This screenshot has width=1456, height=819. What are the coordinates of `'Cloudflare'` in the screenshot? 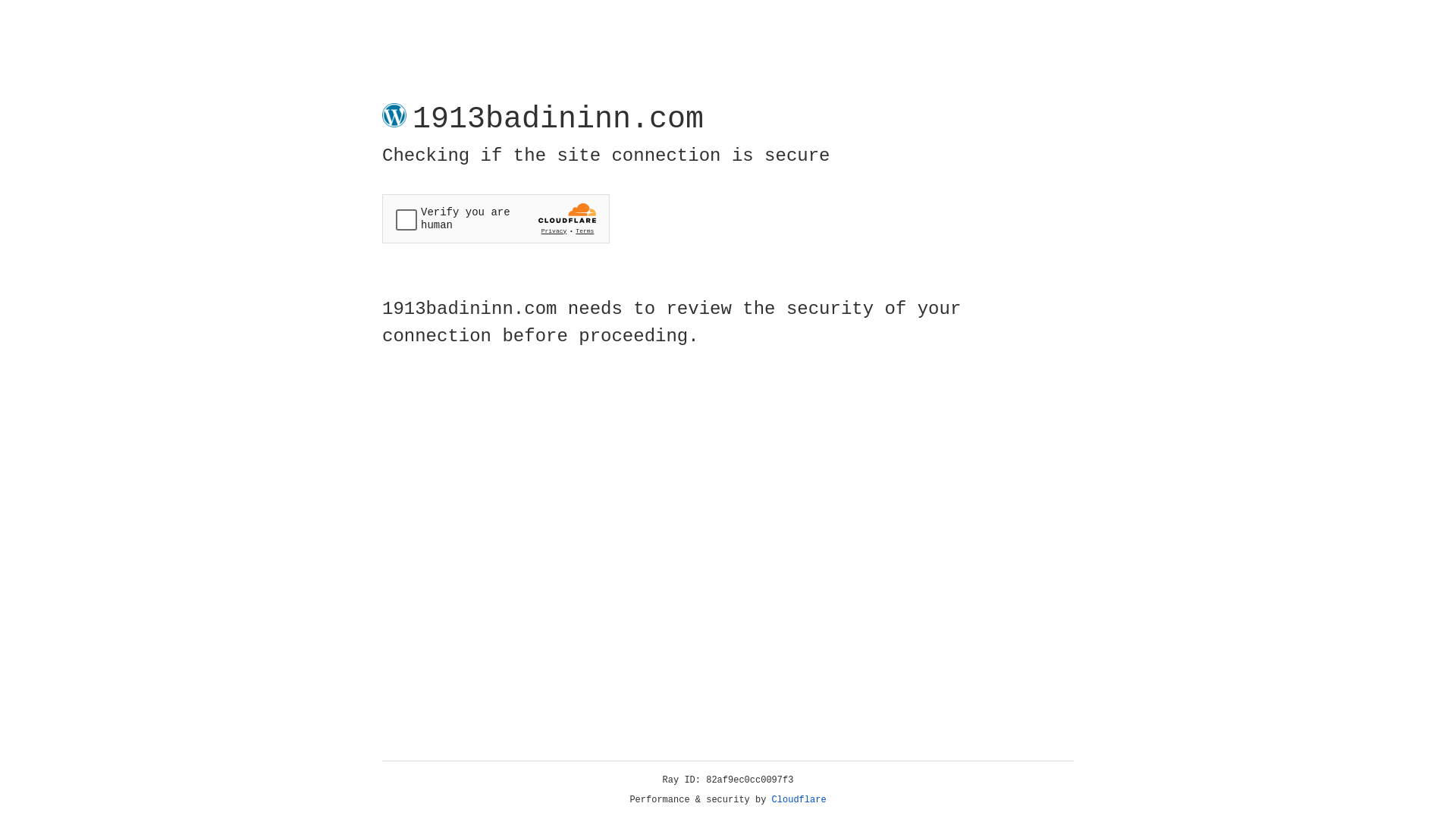 It's located at (799, 799).